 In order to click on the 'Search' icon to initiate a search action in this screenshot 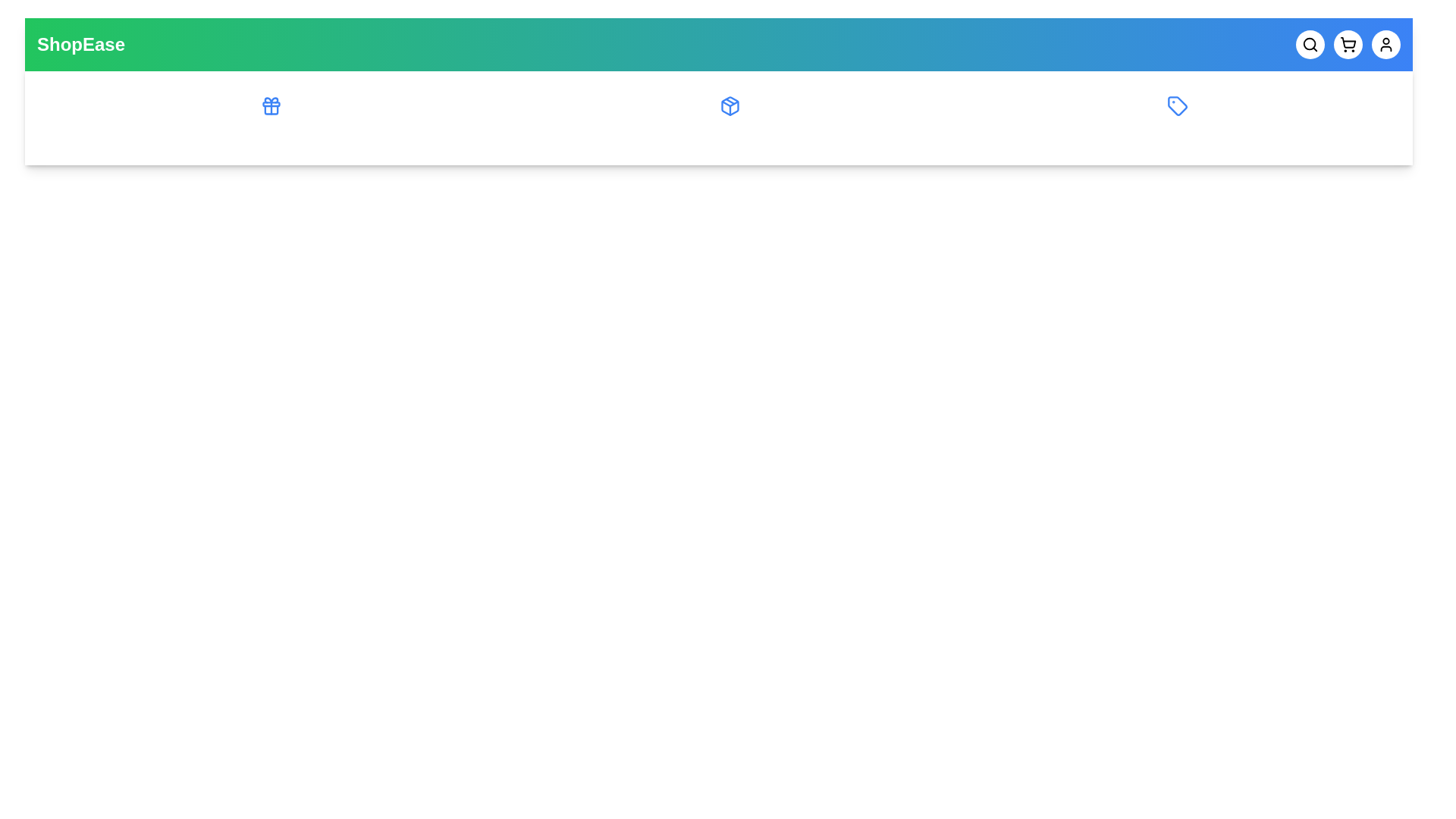, I will do `click(1310, 43)`.